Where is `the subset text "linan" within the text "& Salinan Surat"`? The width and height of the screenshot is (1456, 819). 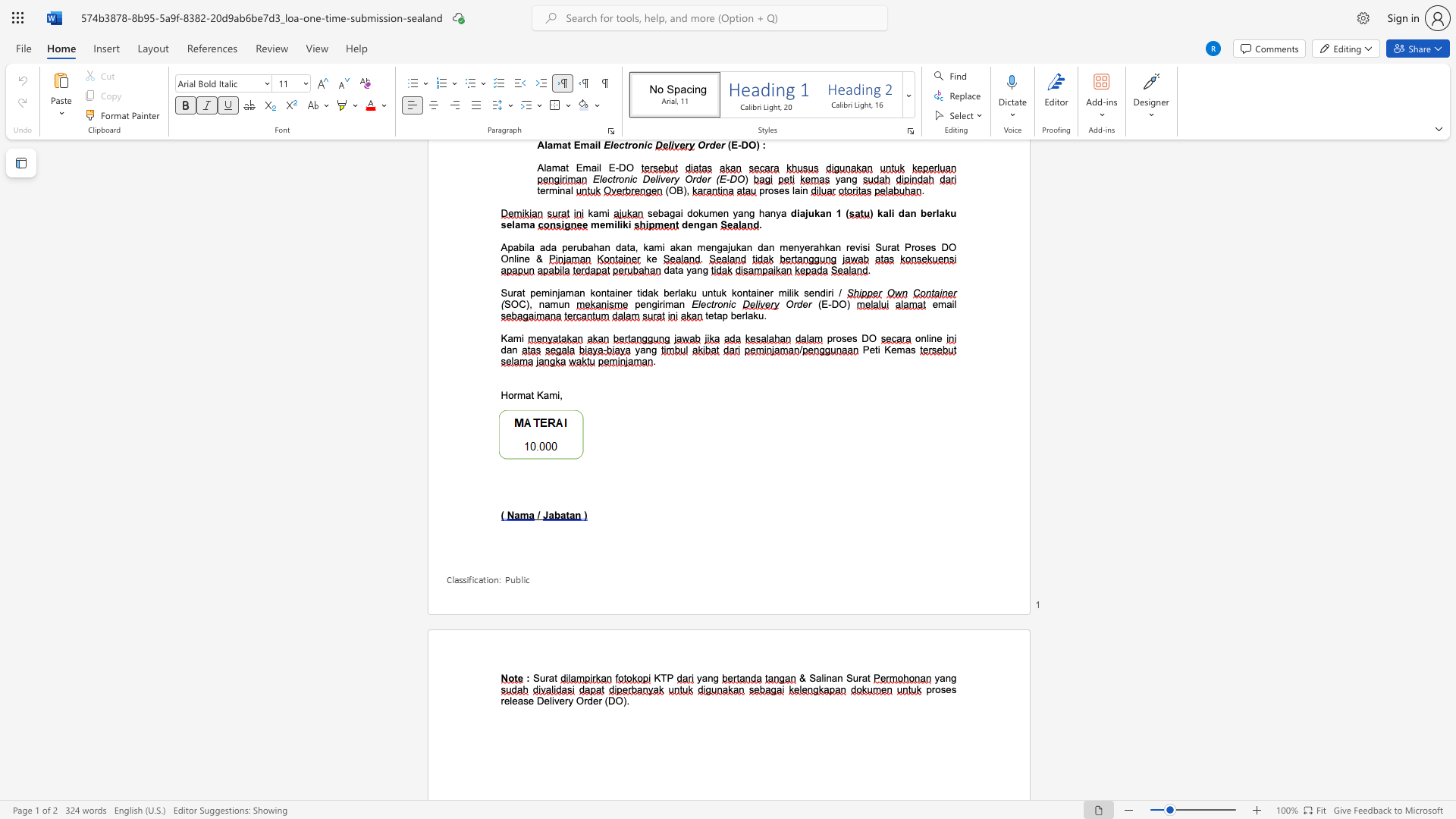 the subset text "linan" within the text "& Salinan Surat" is located at coordinates (821, 677).